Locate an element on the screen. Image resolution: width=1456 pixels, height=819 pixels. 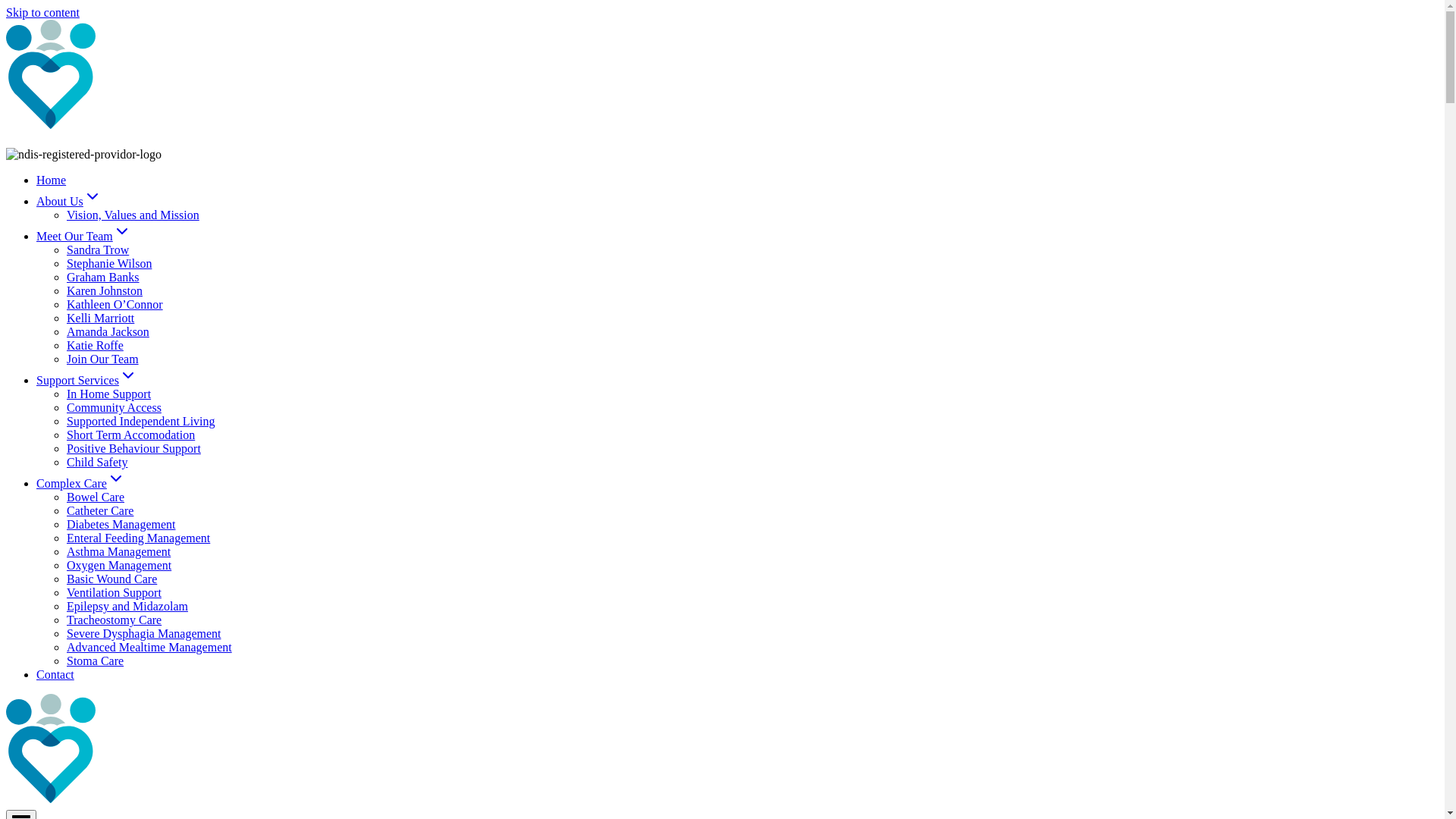
'Karen Johnston' is located at coordinates (104, 290).